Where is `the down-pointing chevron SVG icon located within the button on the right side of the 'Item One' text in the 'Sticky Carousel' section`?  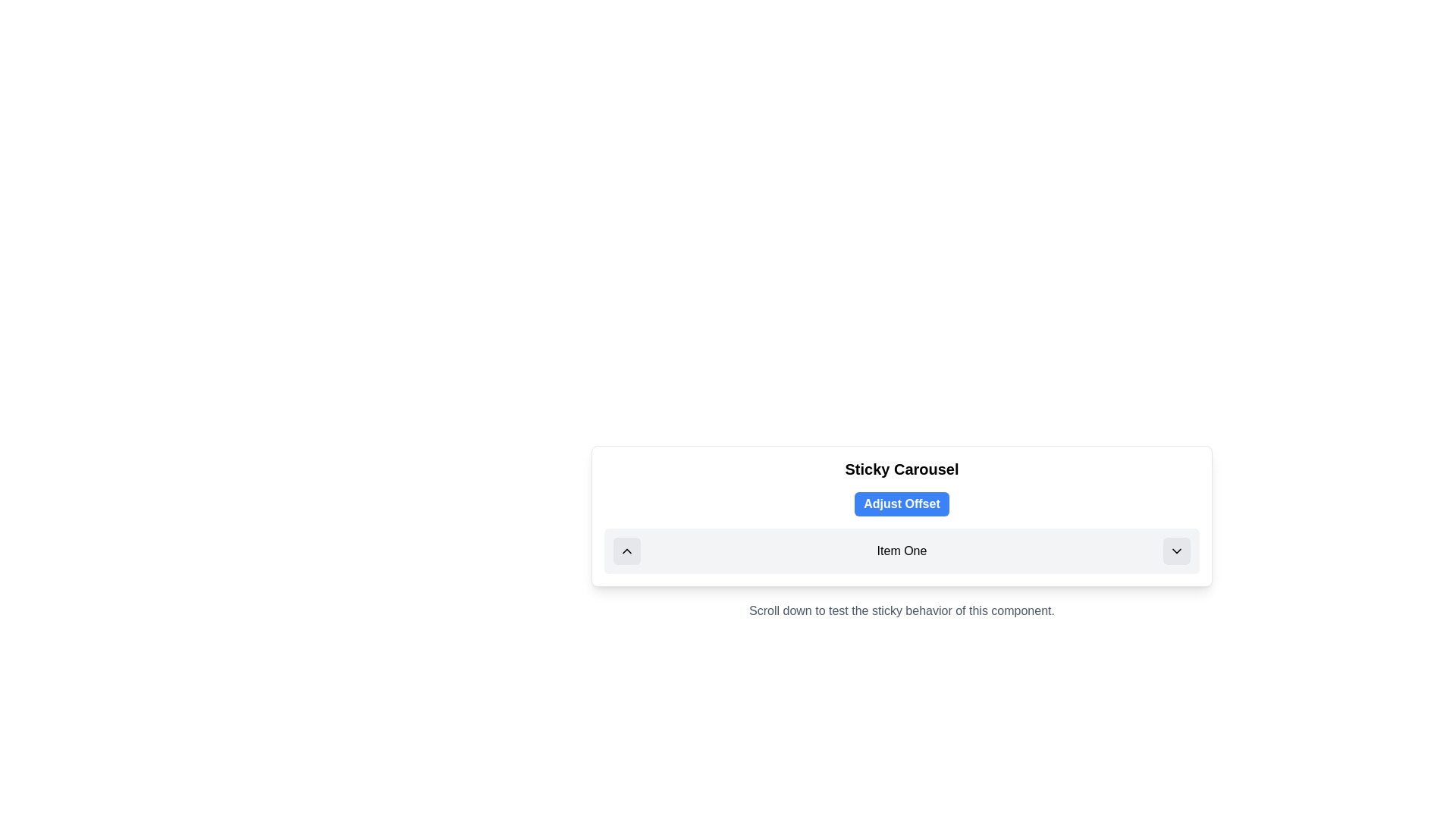
the down-pointing chevron SVG icon located within the button on the right side of the 'Item One' text in the 'Sticky Carousel' section is located at coordinates (1175, 551).